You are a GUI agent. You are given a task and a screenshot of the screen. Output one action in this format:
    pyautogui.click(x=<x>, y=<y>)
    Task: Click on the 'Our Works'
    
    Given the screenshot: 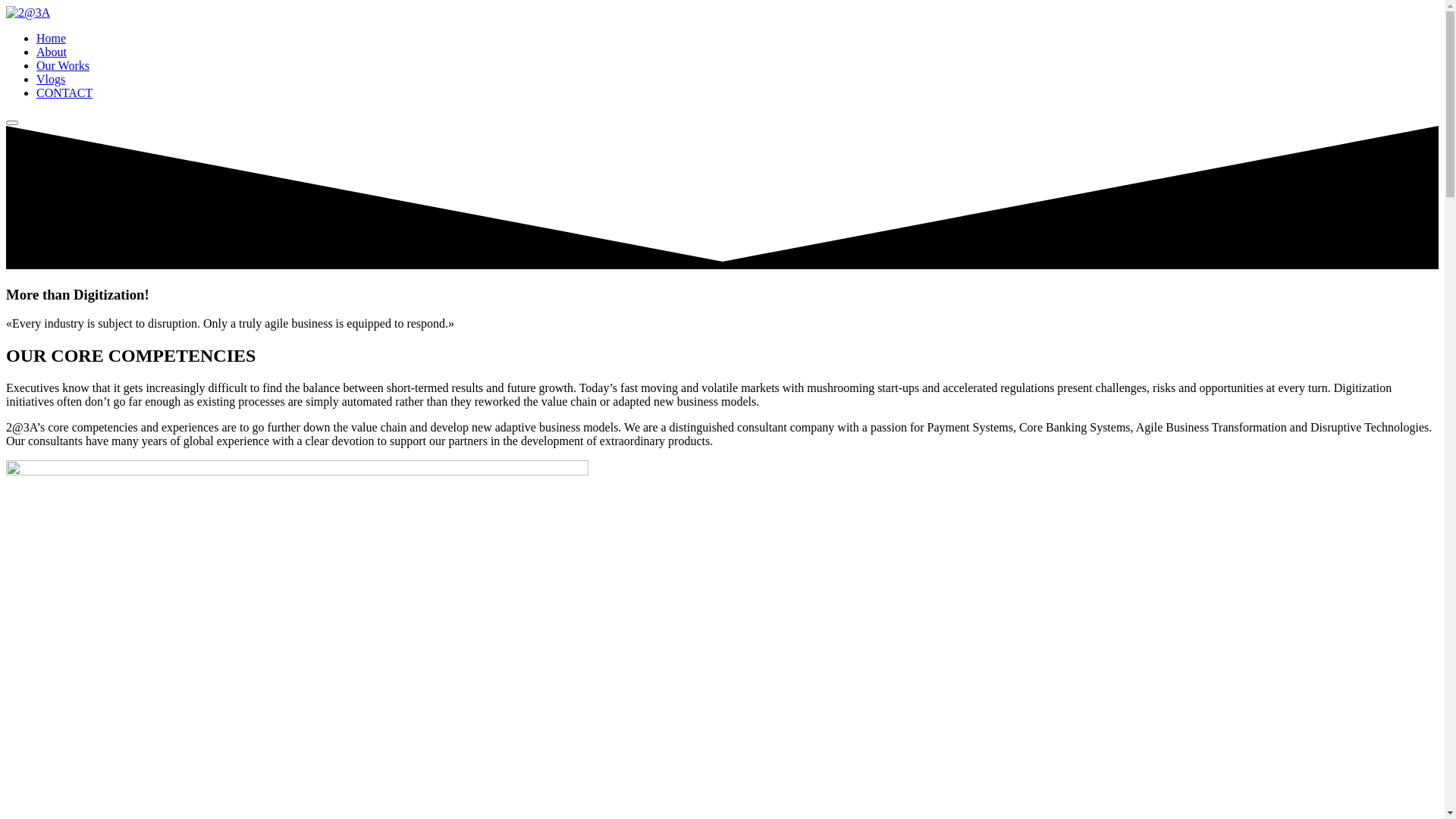 What is the action you would take?
    pyautogui.click(x=61, y=64)
    